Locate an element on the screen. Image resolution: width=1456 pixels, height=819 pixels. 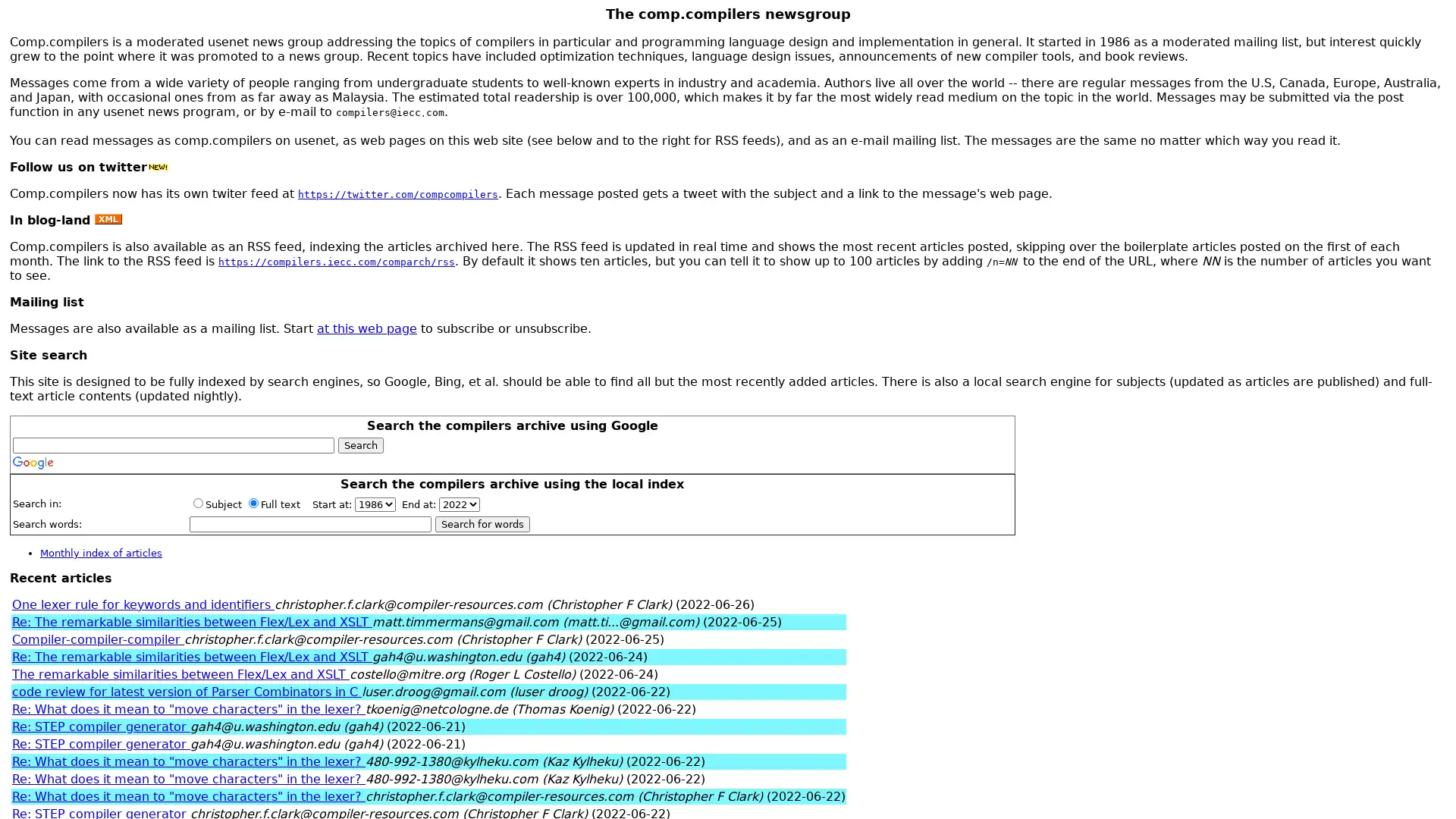
Search is located at coordinates (359, 444).